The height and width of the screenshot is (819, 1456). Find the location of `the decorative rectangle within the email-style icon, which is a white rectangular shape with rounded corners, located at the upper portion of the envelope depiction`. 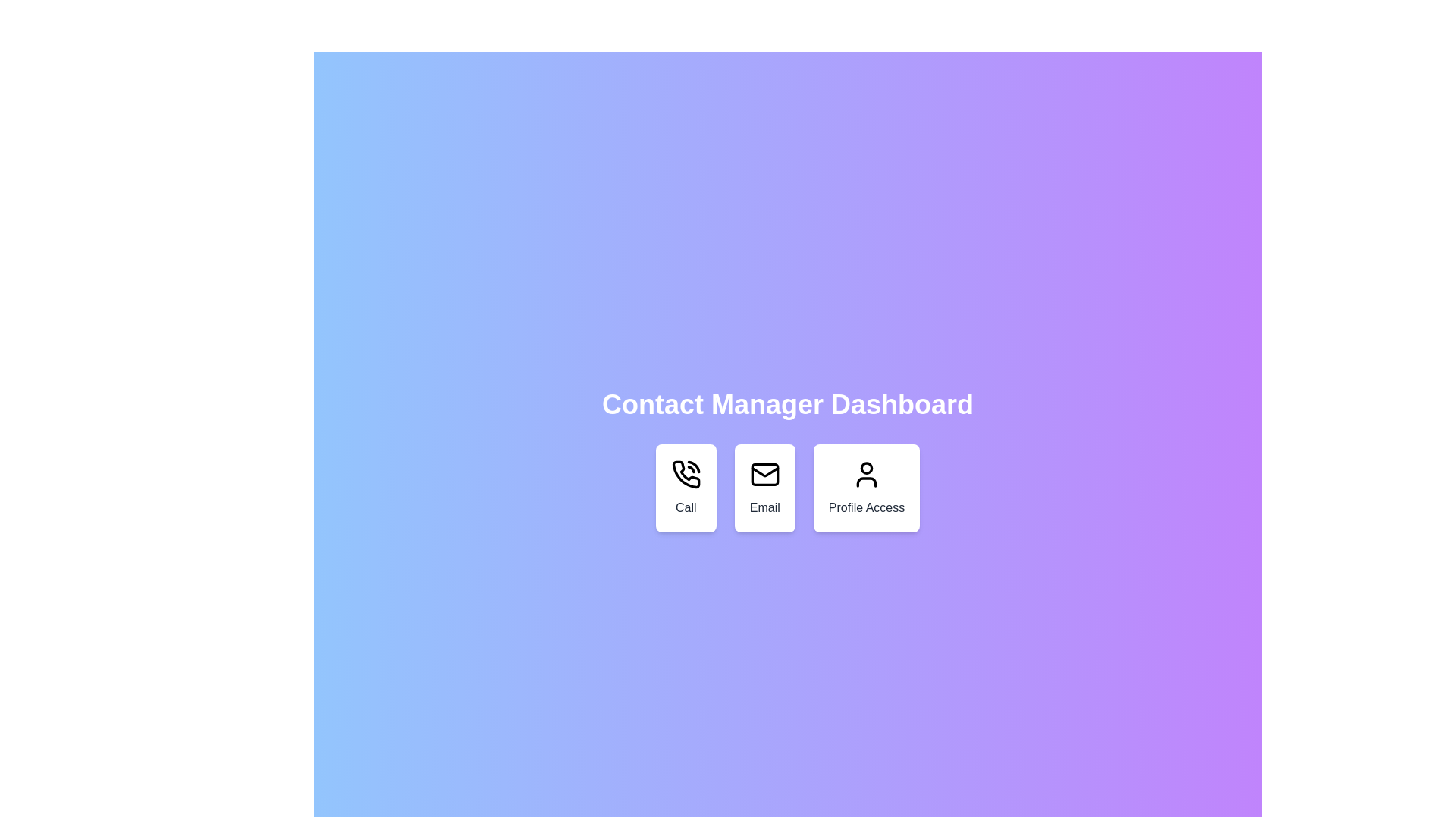

the decorative rectangle within the email-style icon, which is a white rectangular shape with rounded corners, located at the upper portion of the envelope depiction is located at coordinates (764, 473).